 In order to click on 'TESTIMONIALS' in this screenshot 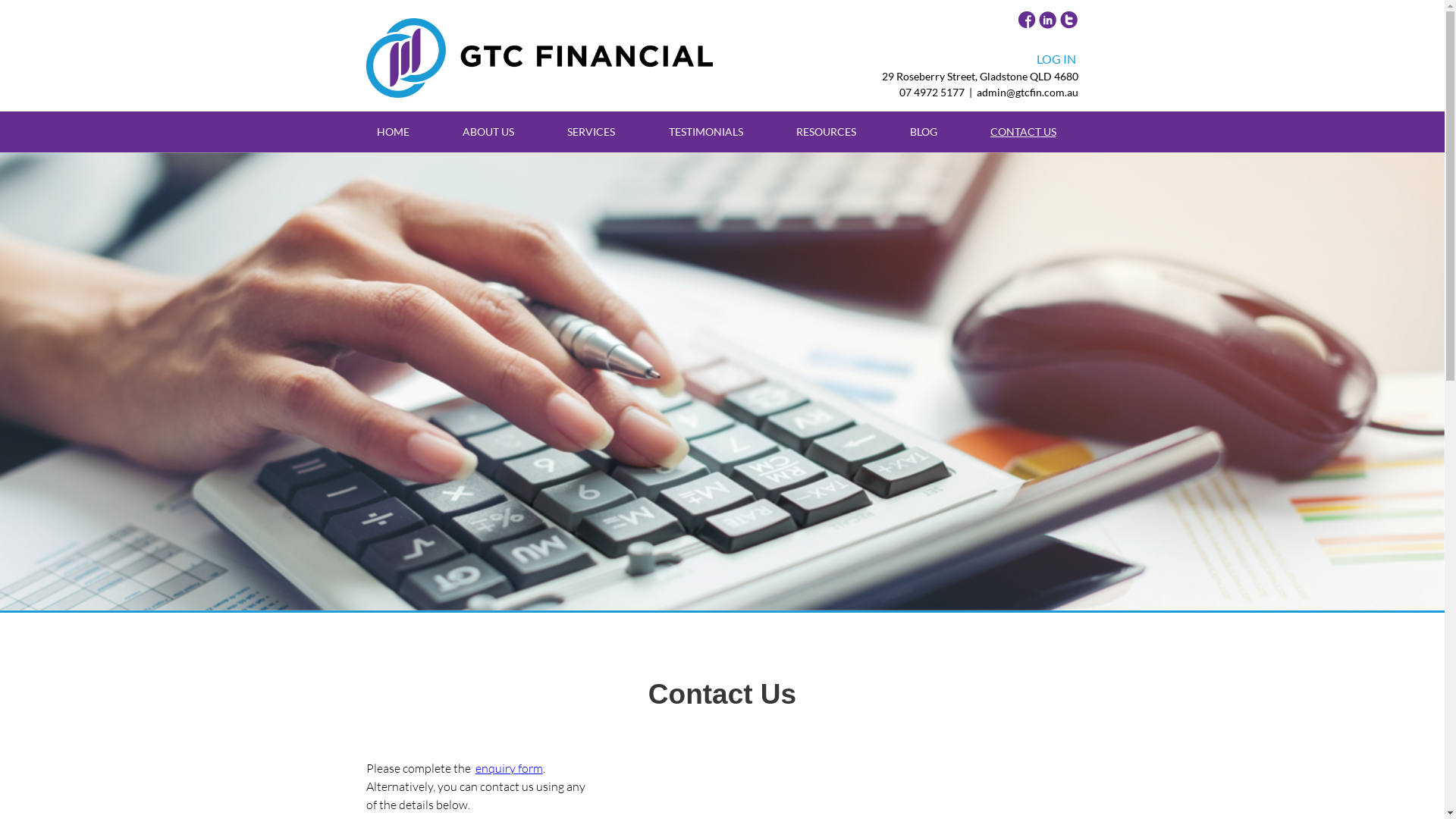, I will do `click(705, 130)`.